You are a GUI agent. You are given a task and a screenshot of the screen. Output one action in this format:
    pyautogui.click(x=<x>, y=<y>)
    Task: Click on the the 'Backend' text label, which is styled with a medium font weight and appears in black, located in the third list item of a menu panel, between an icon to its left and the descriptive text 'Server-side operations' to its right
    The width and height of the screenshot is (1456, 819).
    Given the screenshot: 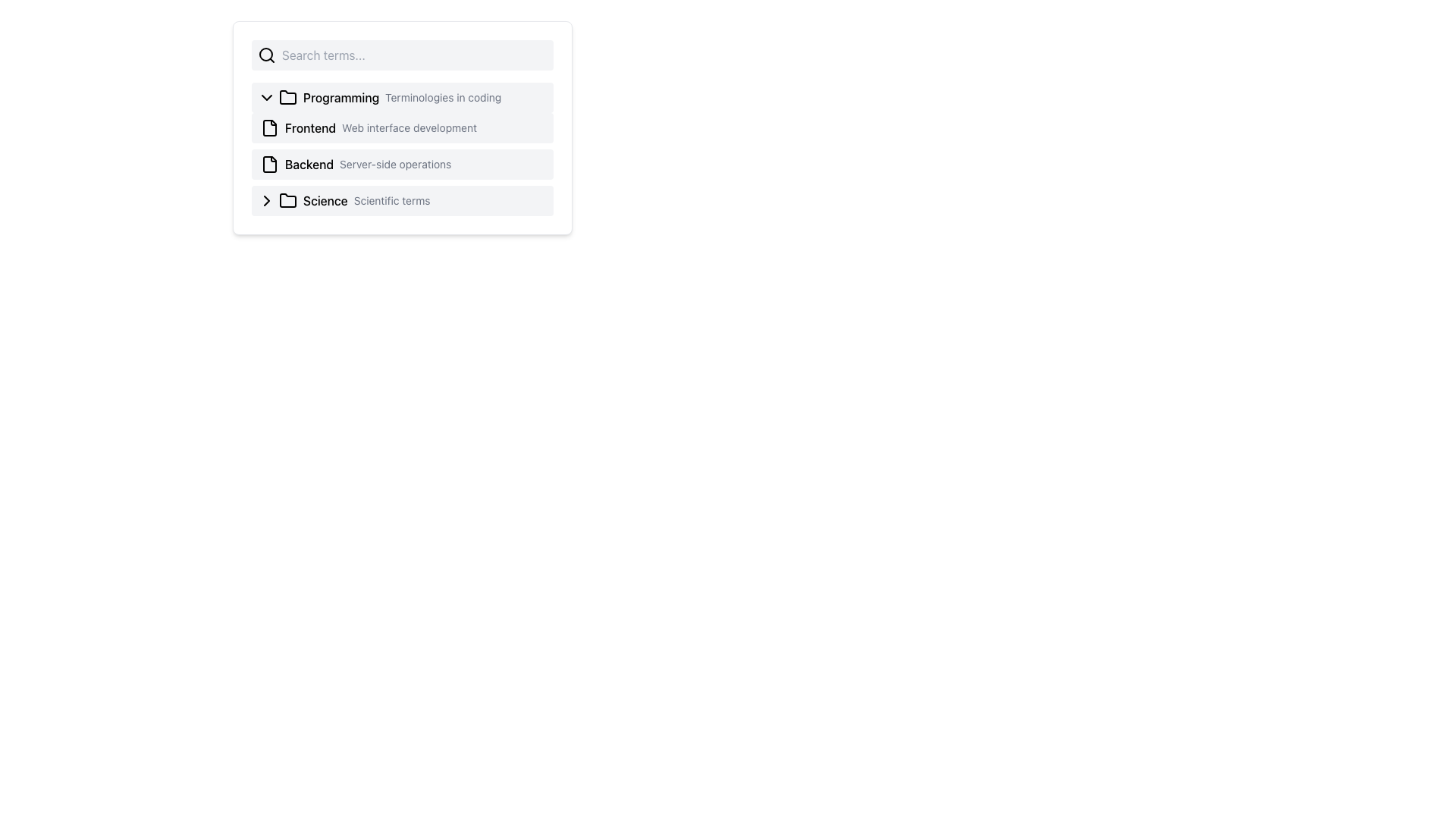 What is the action you would take?
    pyautogui.click(x=309, y=164)
    